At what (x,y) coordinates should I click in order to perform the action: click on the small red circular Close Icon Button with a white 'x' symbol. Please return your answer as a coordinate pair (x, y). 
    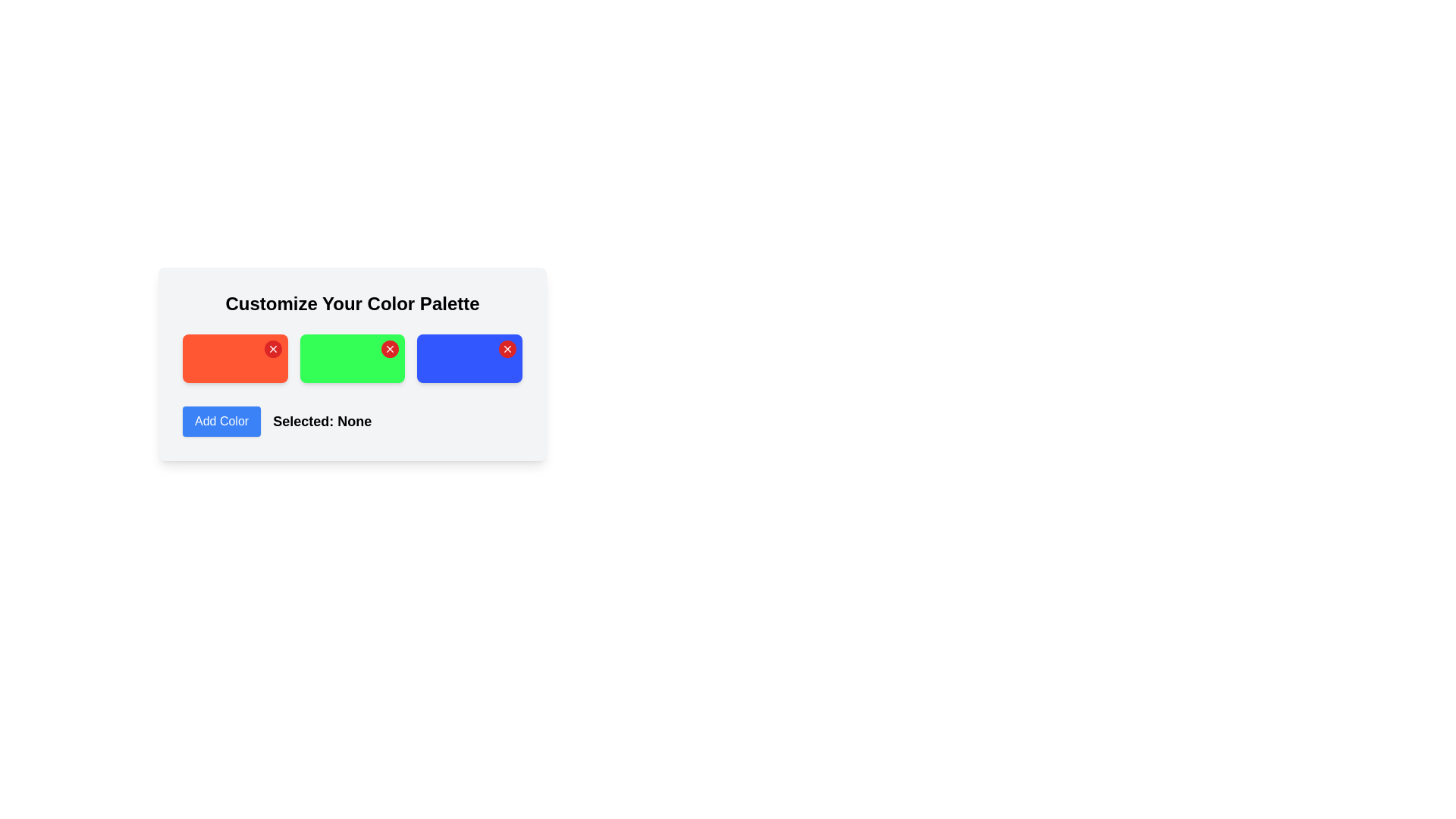
    Looking at the image, I should click on (390, 349).